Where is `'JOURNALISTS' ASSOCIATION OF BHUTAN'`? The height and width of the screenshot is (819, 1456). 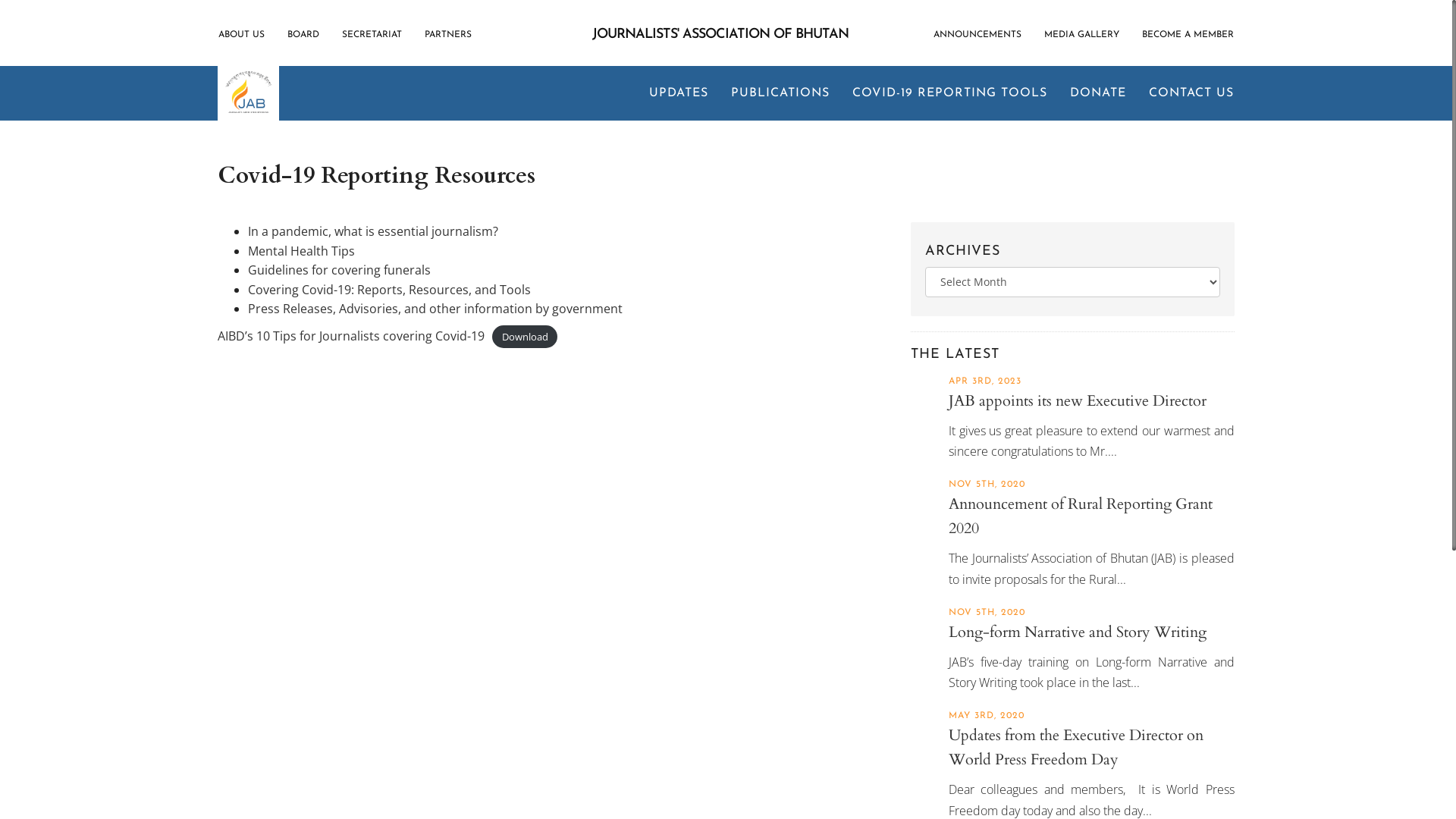
'JOURNALISTS' ASSOCIATION OF BHUTAN' is located at coordinates (720, 34).